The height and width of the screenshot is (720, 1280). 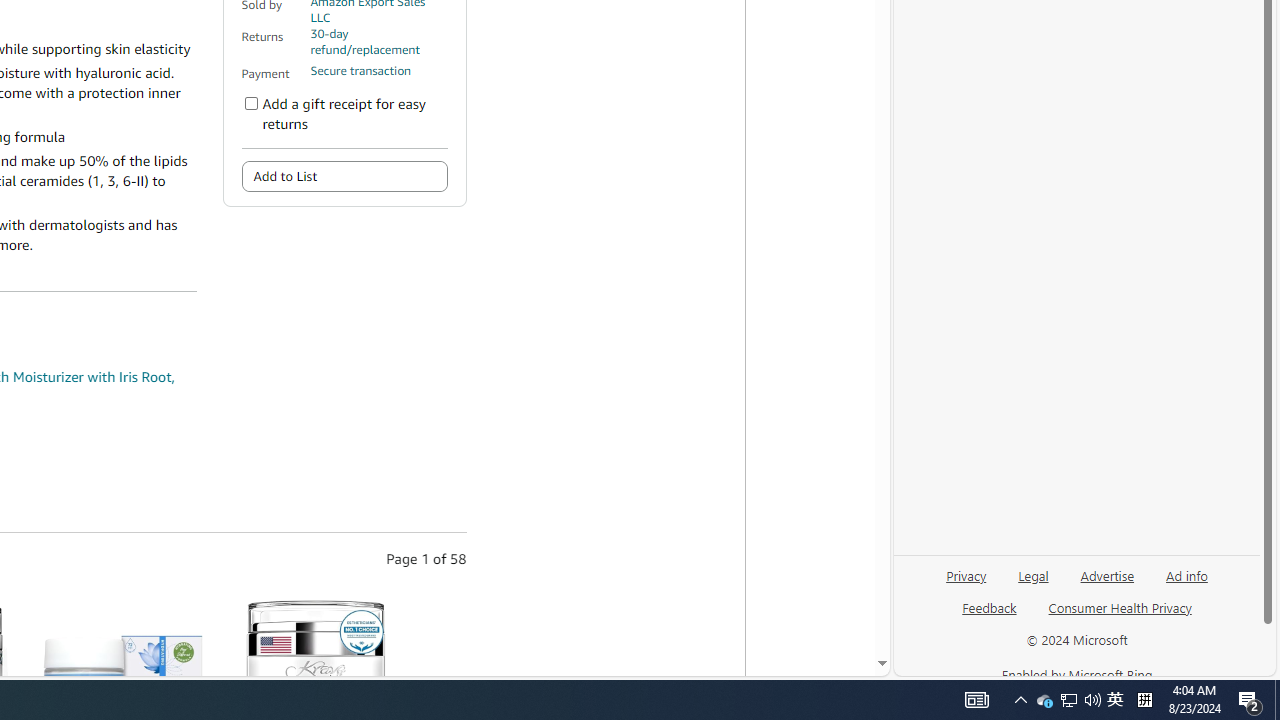 What do you see at coordinates (378, 42) in the screenshot?
I see `'30-day refund/replacement'` at bounding box center [378, 42].